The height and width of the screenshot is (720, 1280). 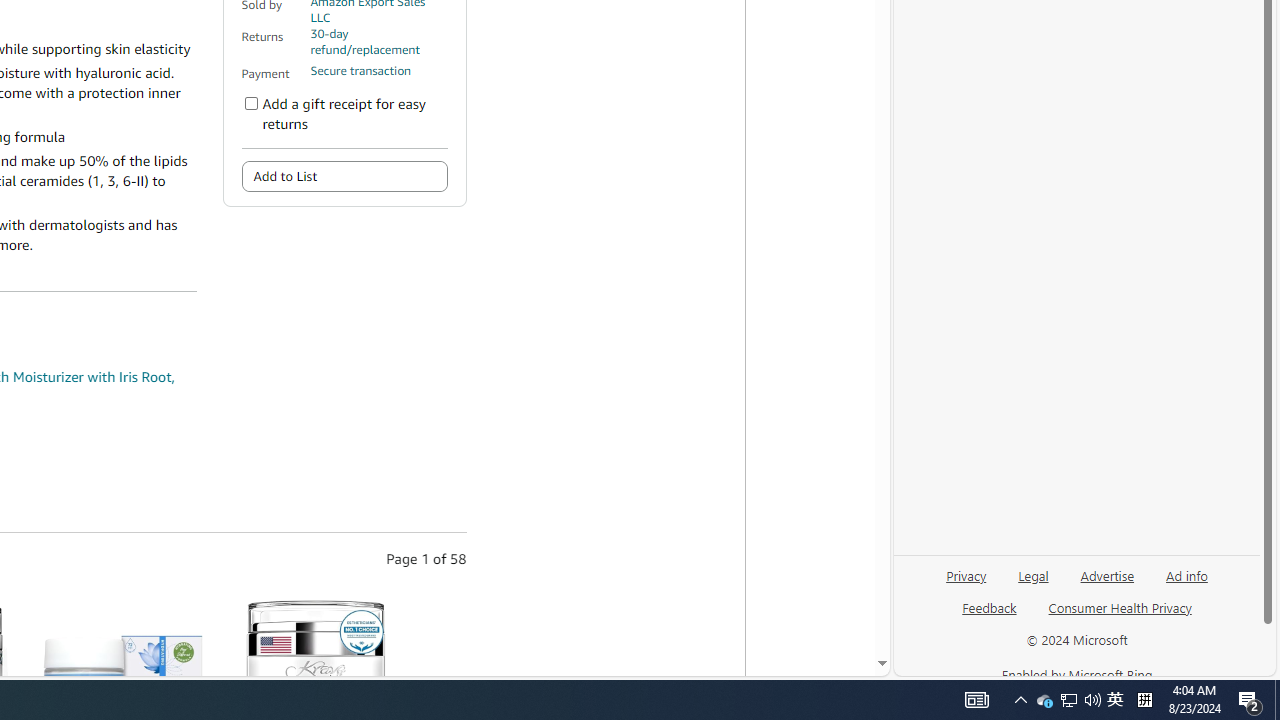 What do you see at coordinates (378, 42) in the screenshot?
I see `'30-day refund/replacement'` at bounding box center [378, 42].